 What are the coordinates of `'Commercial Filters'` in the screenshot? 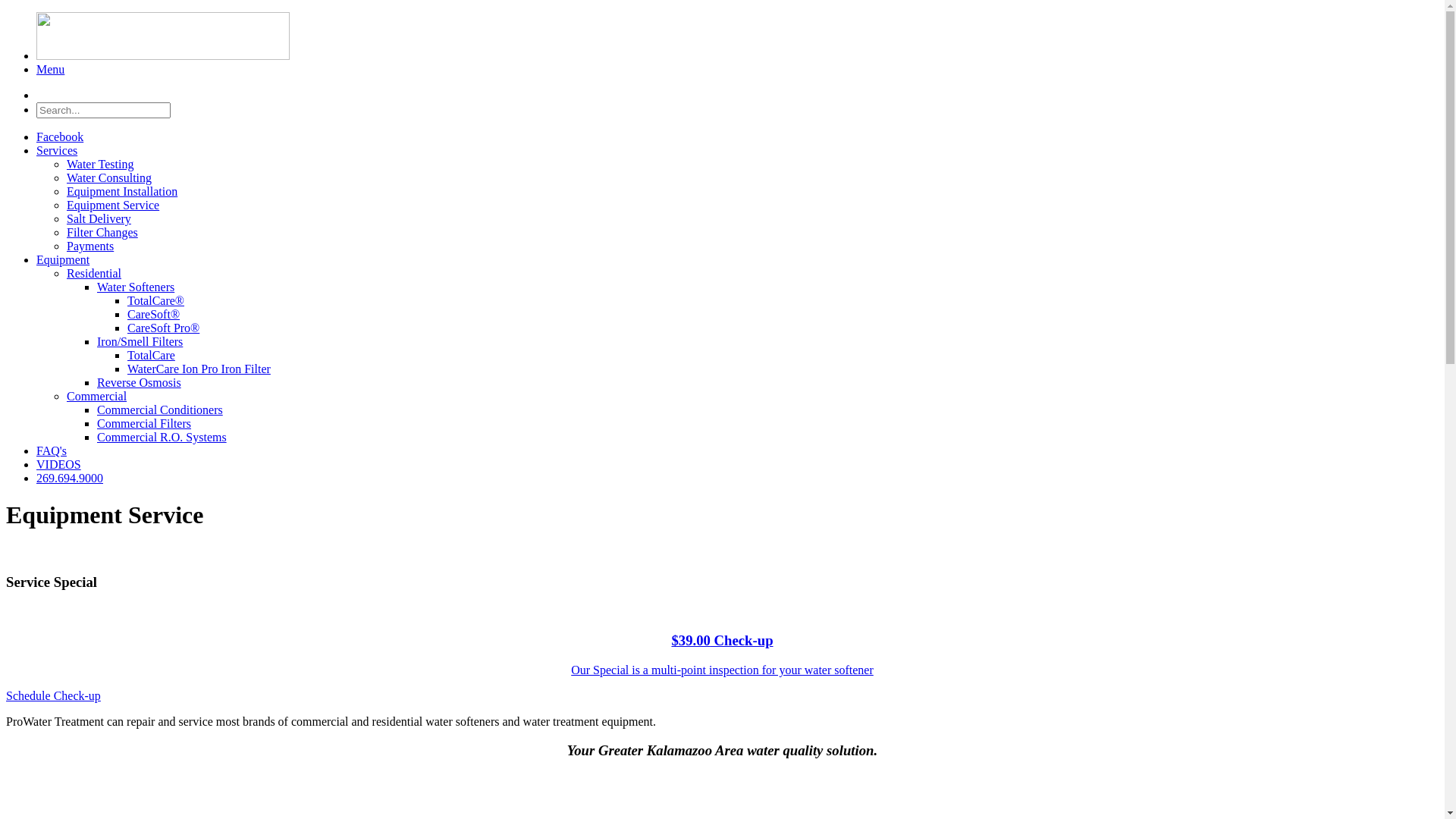 It's located at (144, 423).